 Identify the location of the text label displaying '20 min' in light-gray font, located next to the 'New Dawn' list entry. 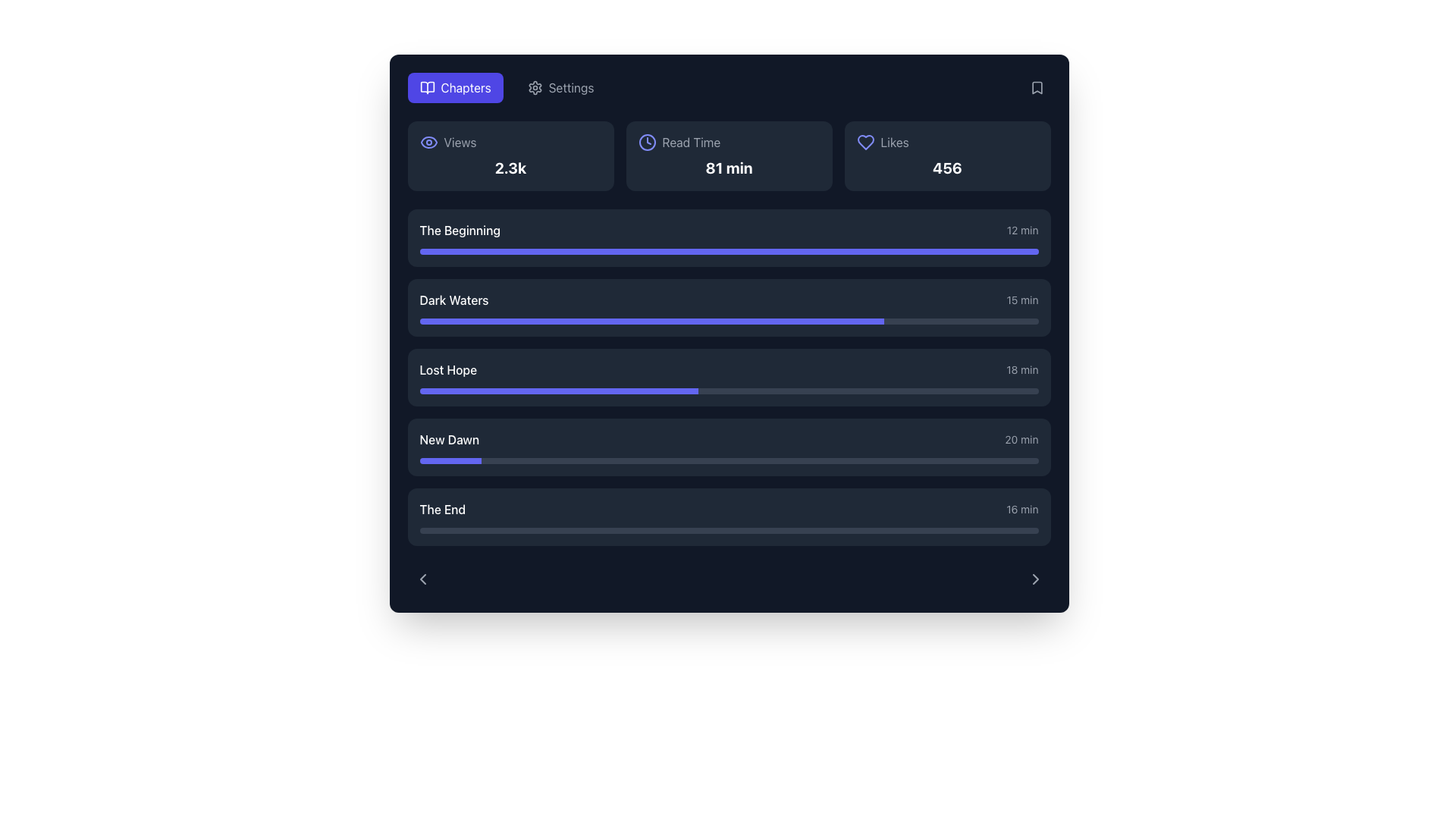
(1021, 439).